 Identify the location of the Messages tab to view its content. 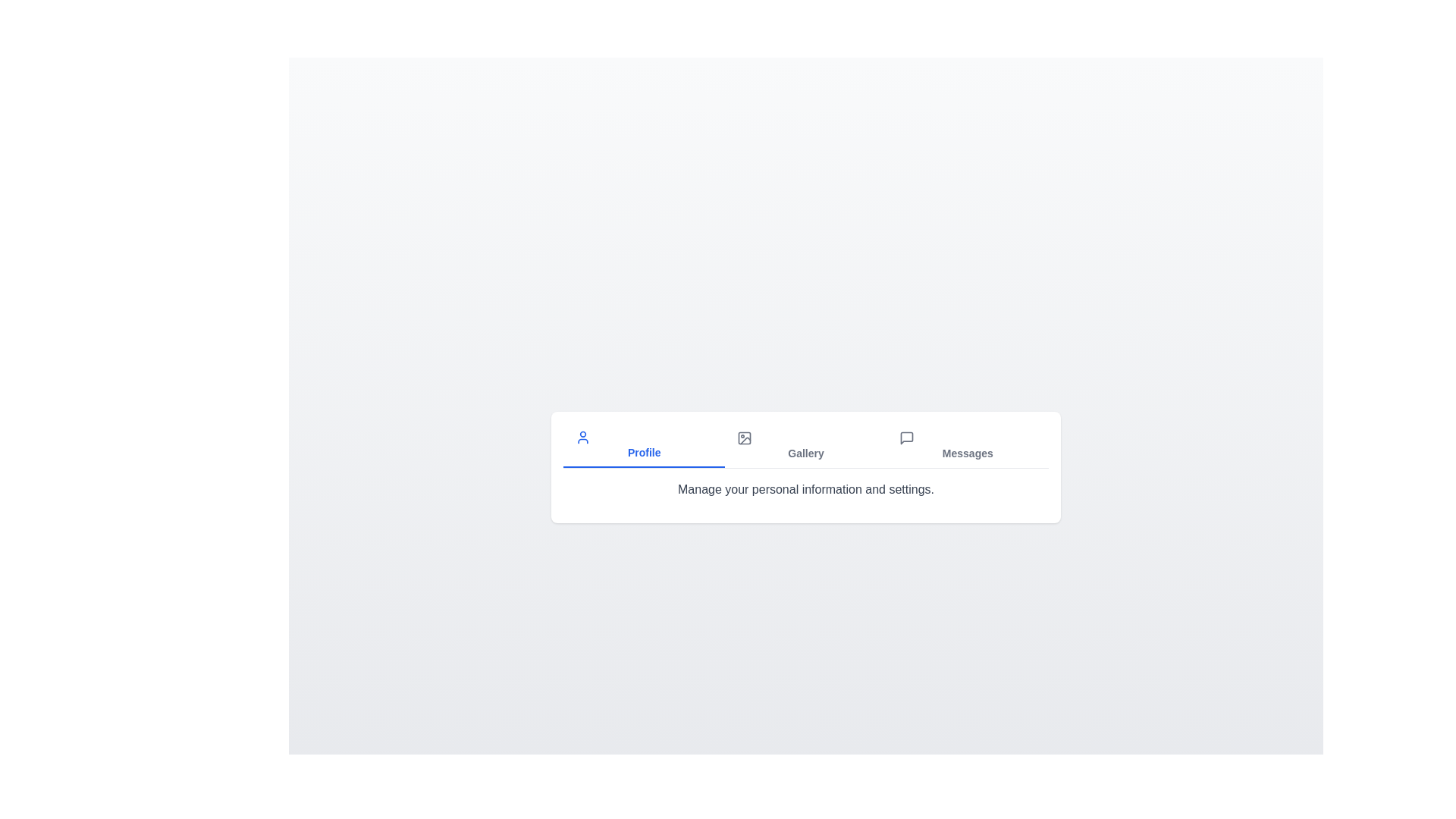
(967, 444).